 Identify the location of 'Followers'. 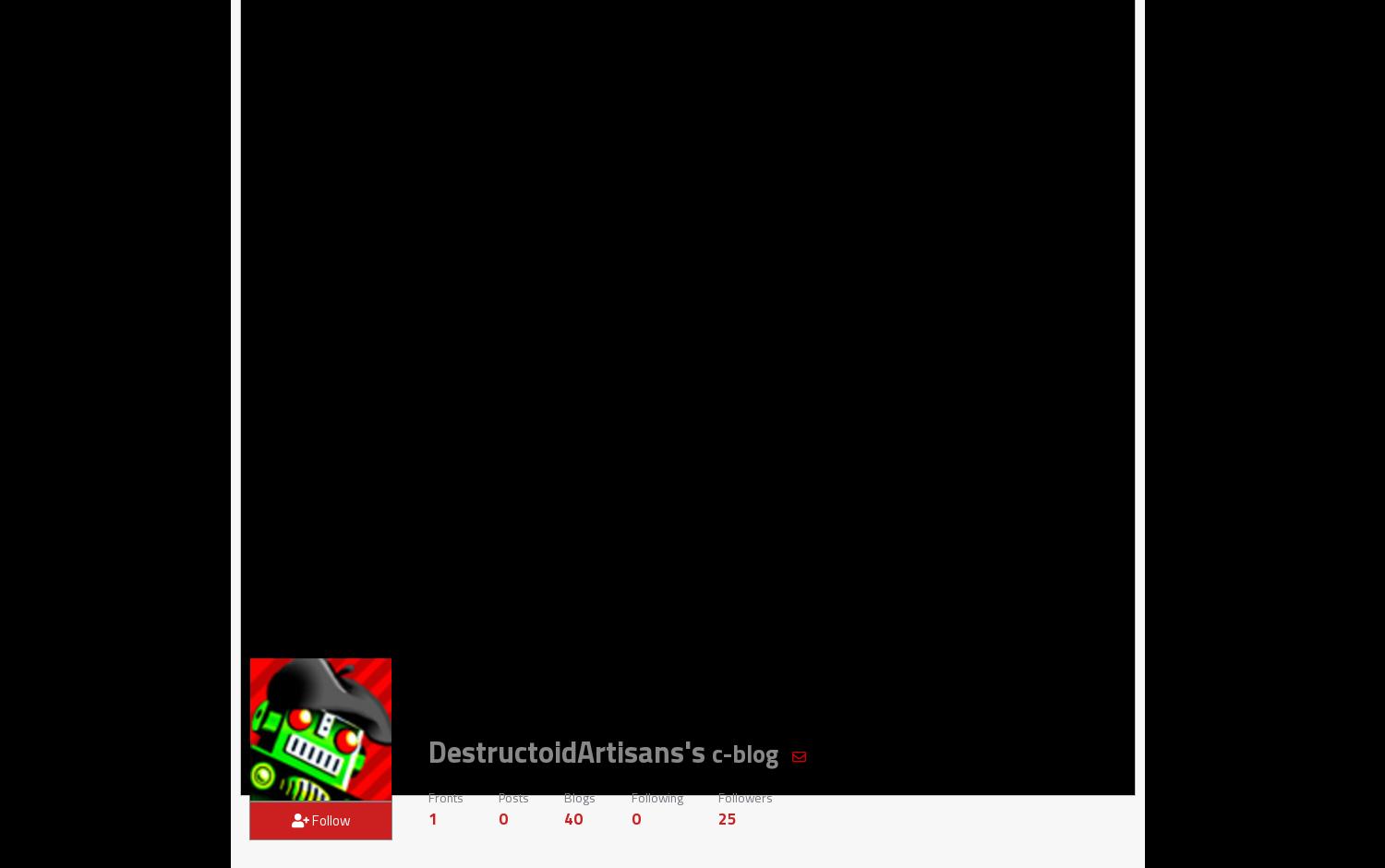
(744, 796).